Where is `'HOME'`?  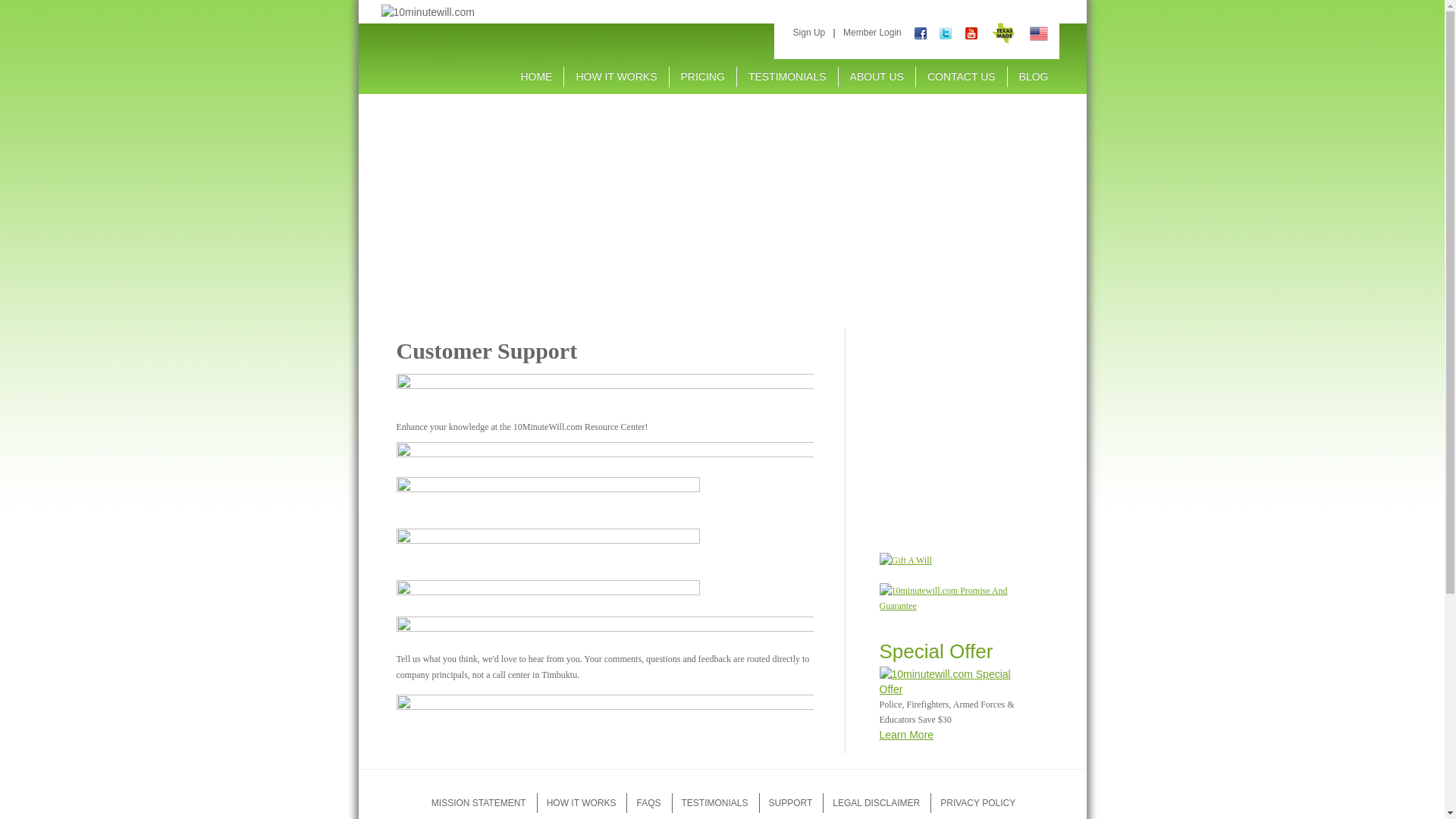 'HOME' is located at coordinates (509, 76).